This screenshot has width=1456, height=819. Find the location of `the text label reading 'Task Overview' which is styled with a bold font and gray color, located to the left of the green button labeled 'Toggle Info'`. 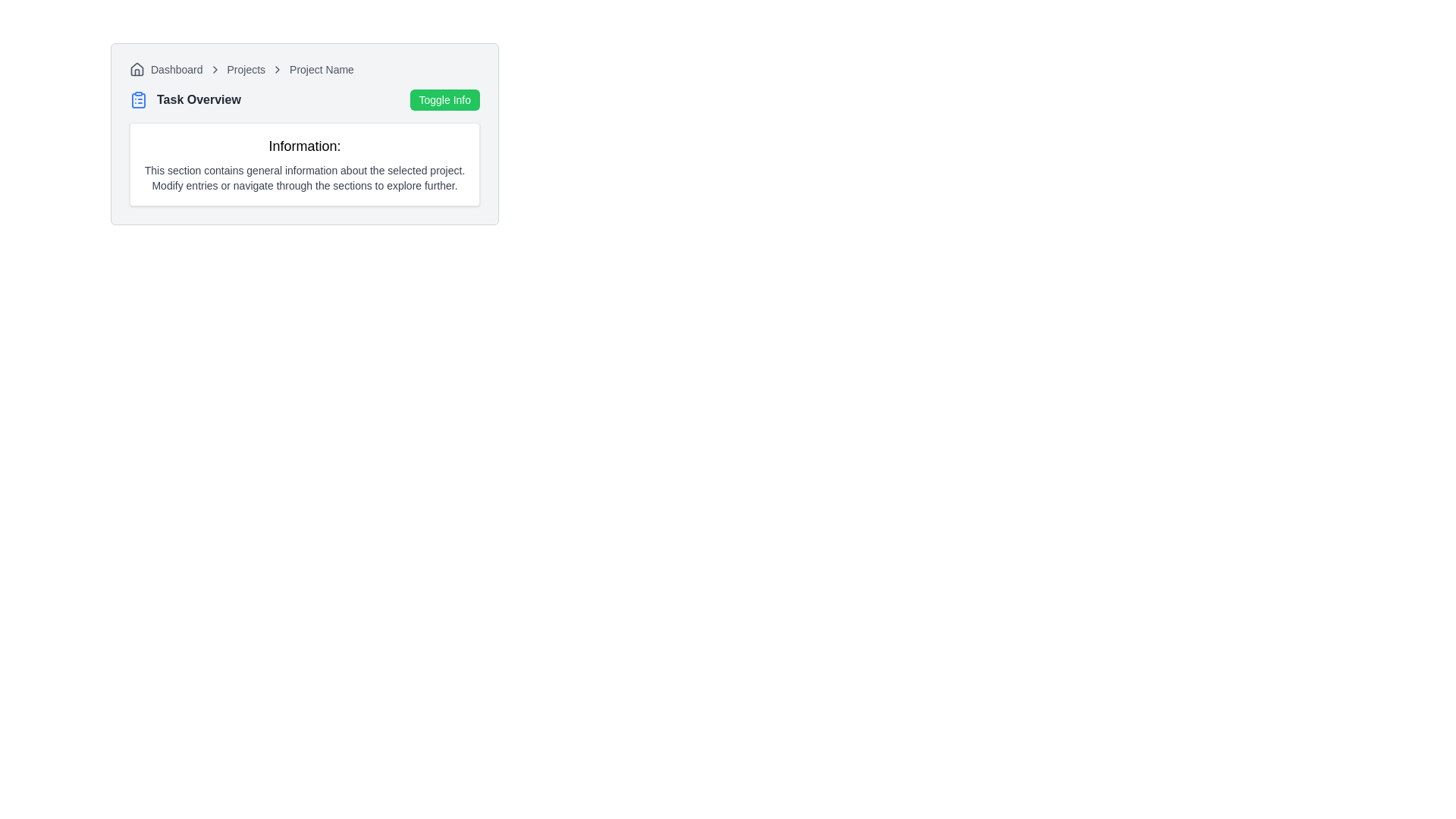

the text label reading 'Task Overview' which is styled with a bold font and gray color, located to the left of the green button labeled 'Toggle Info' is located at coordinates (184, 99).